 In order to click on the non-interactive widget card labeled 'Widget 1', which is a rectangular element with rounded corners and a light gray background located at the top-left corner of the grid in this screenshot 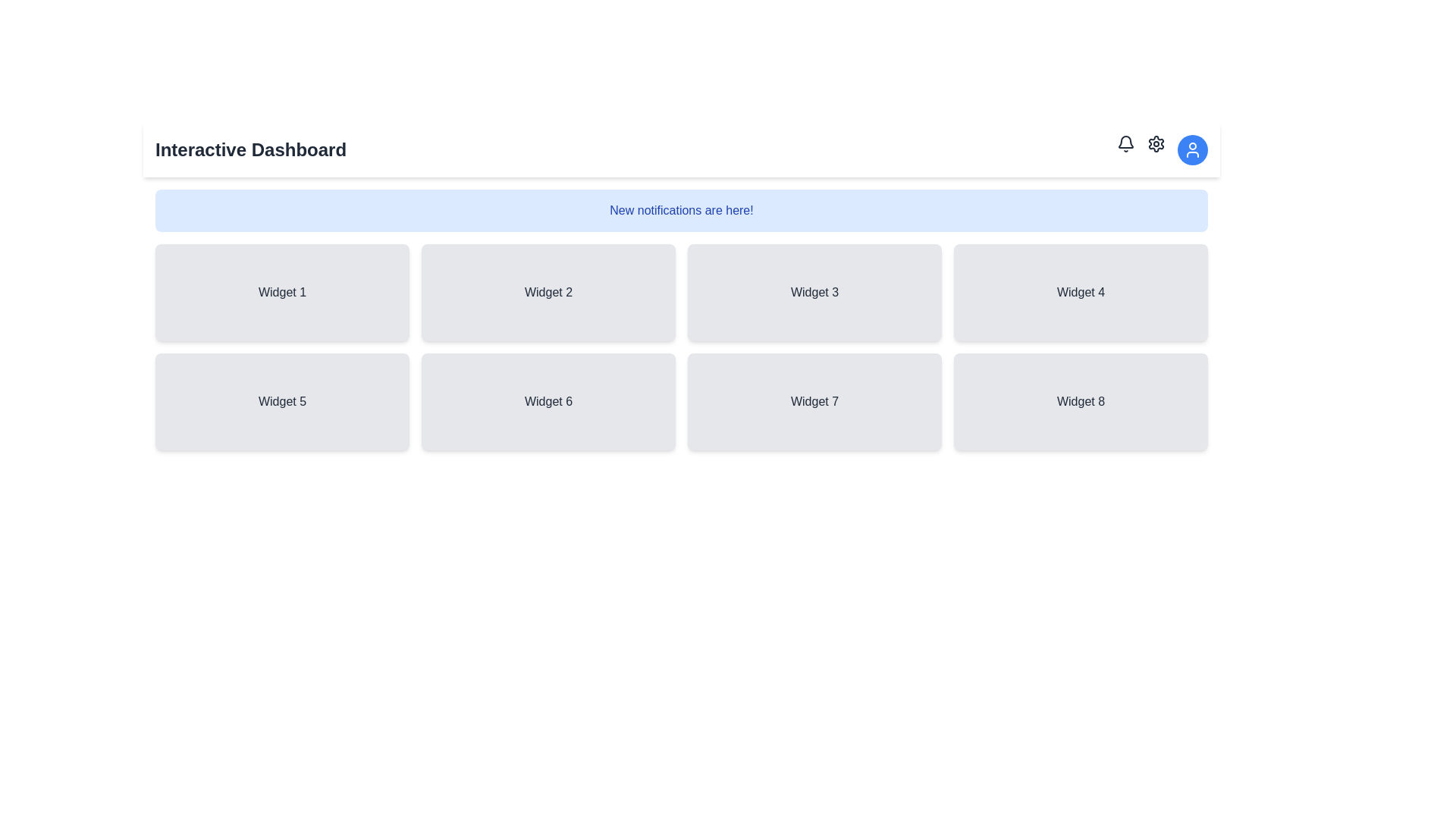, I will do `click(282, 292)`.